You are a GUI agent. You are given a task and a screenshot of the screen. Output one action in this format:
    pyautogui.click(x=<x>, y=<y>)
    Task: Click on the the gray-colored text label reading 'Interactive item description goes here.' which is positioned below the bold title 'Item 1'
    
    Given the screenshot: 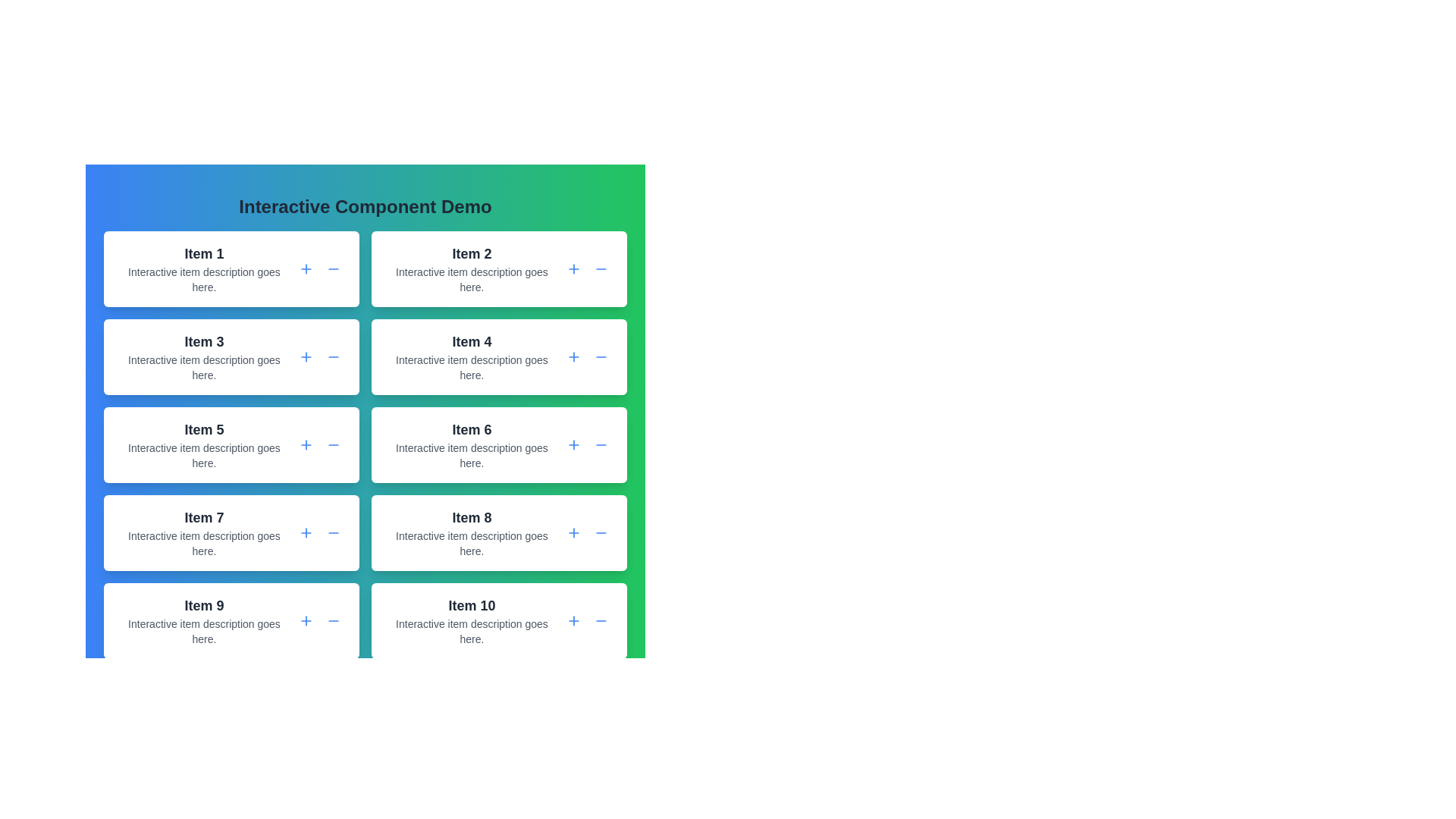 What is the action you would take?
    pyautogui.click(x=203, y=280)
    